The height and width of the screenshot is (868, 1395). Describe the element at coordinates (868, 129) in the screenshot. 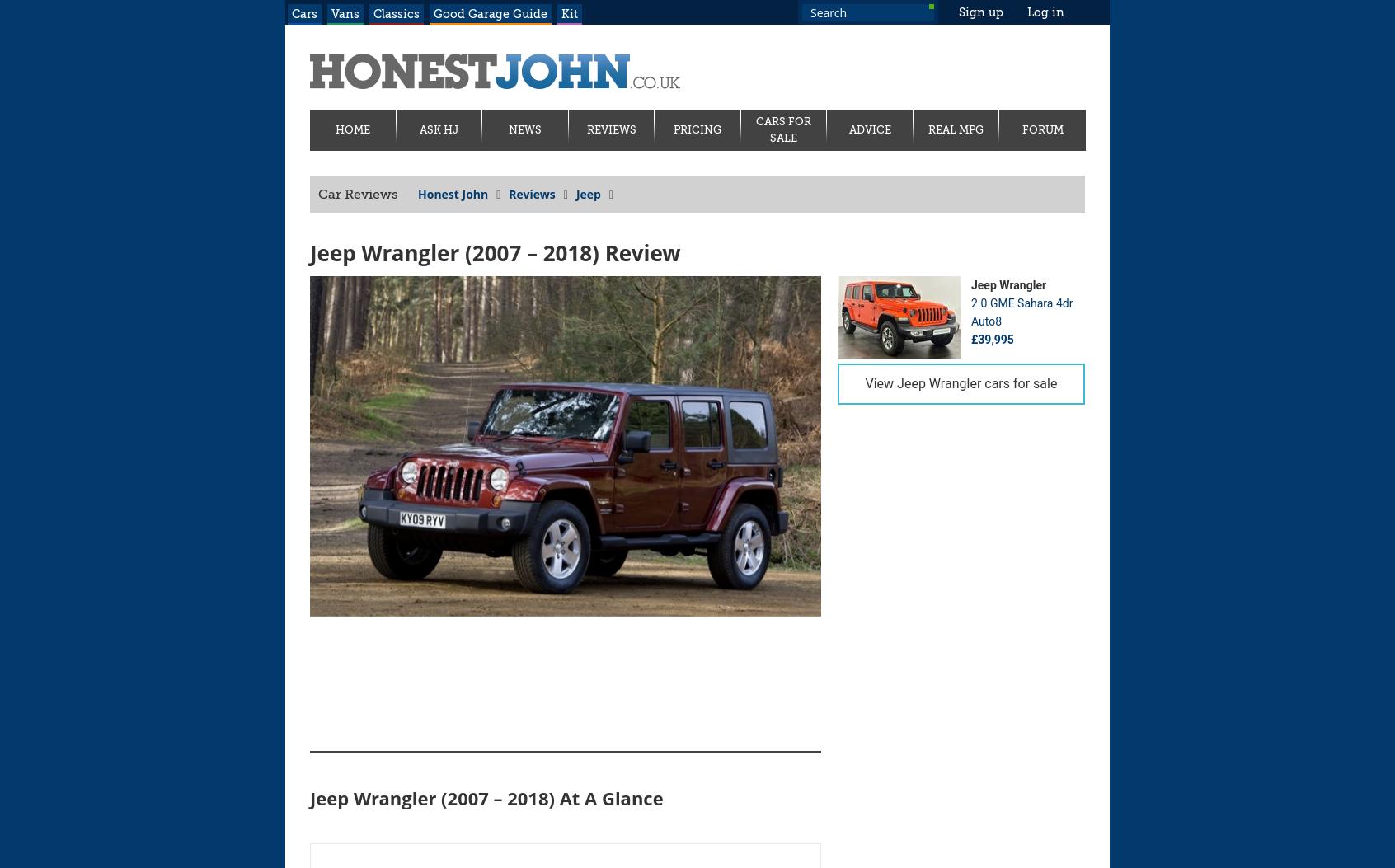

I see `'Advice'` at that location.